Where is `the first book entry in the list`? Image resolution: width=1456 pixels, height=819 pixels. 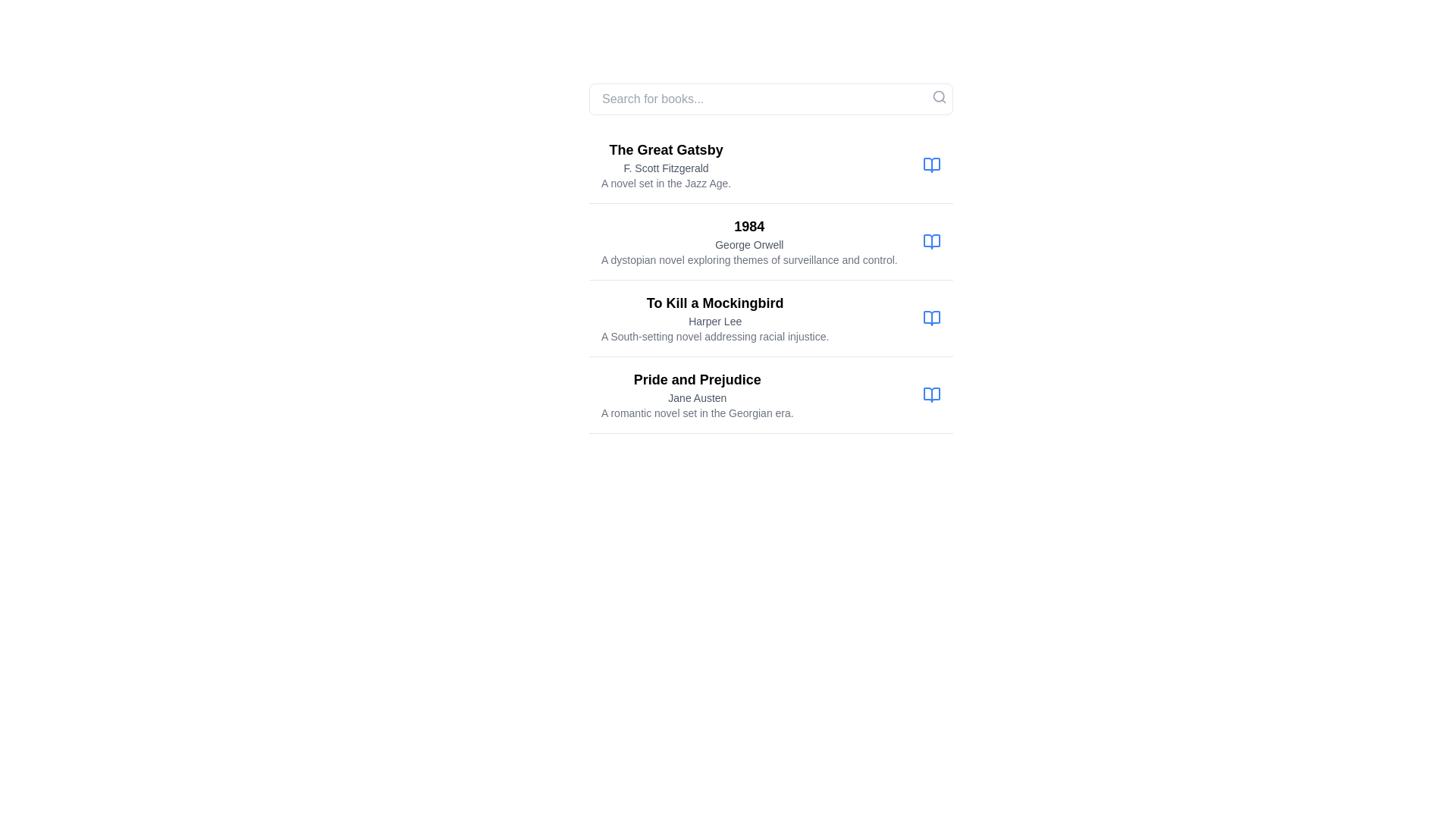 the first book entry in the list is located at coordinates (771, 281).